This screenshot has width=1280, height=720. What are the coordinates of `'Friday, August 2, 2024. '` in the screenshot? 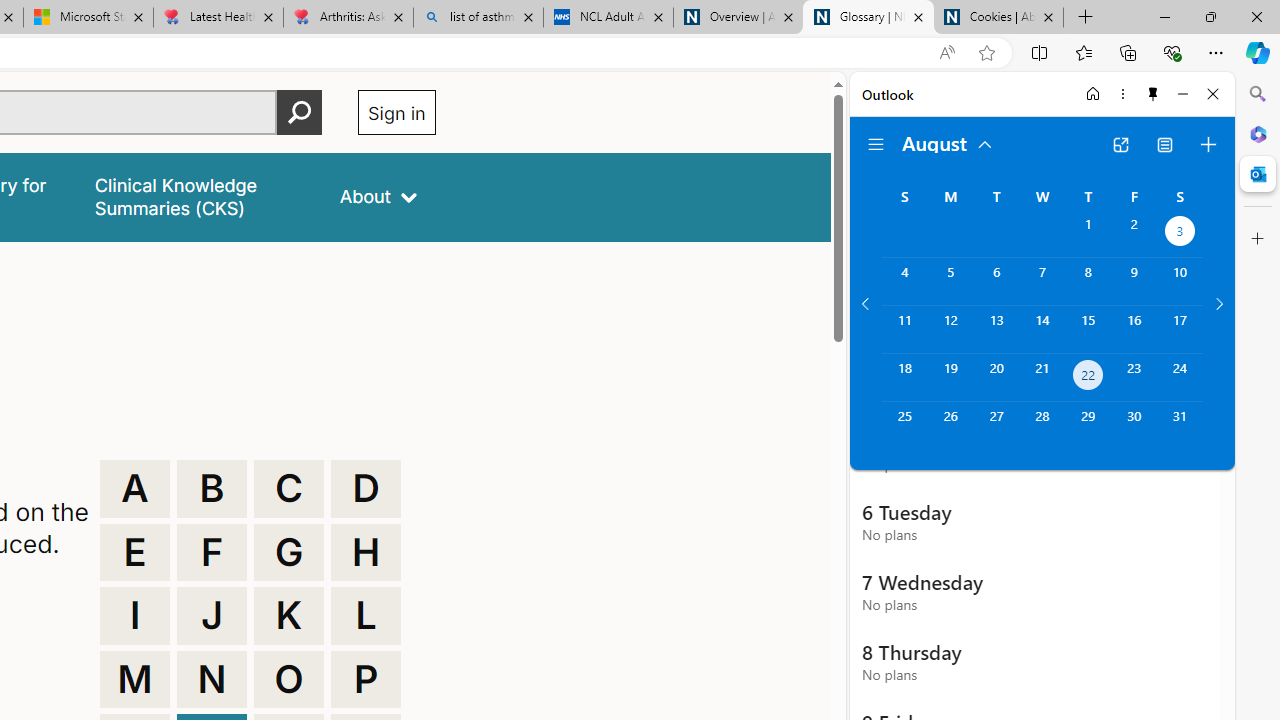 It's located at (1134, 232).